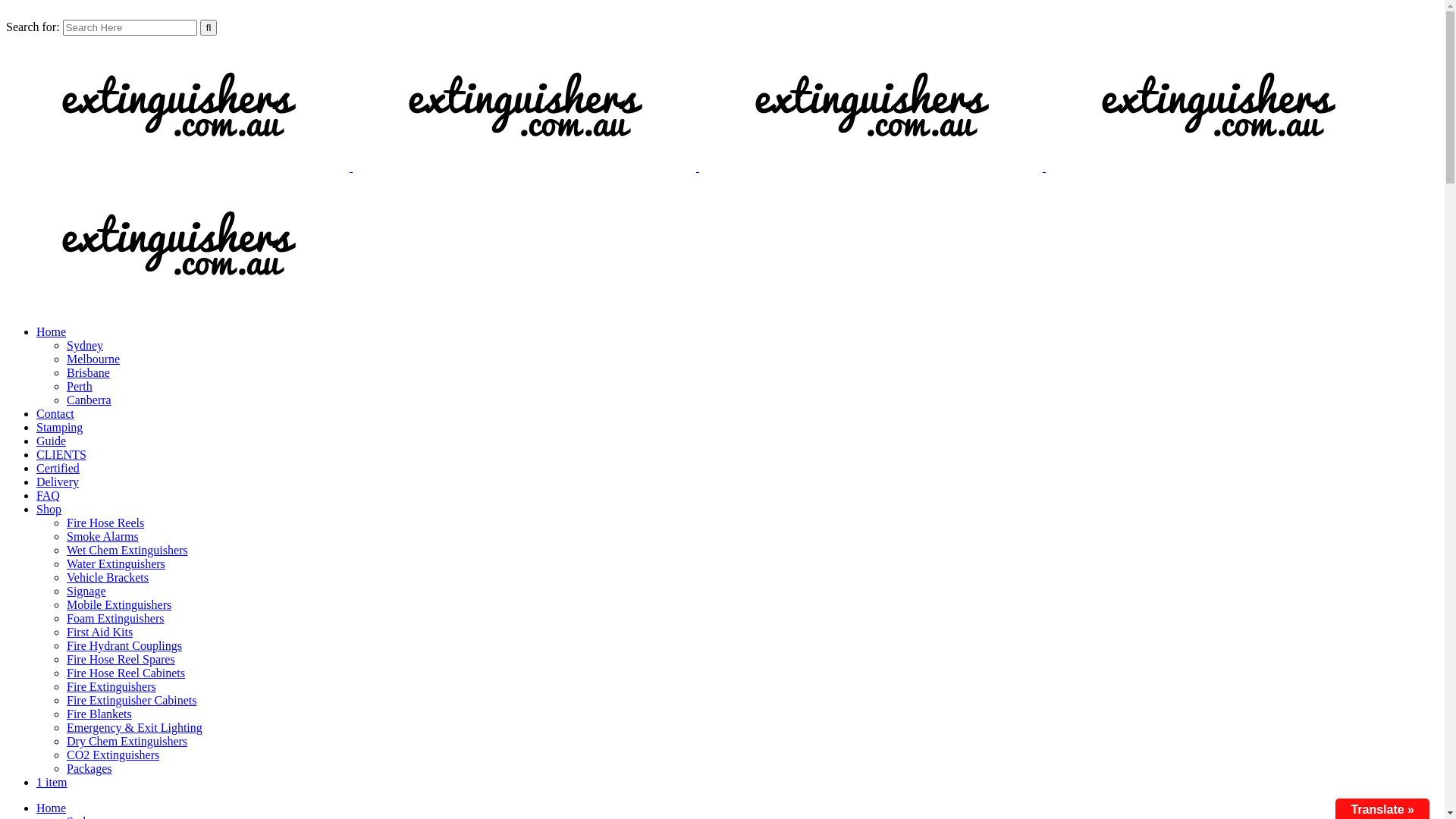 The image size is (1456, 819). I want to click on 'FAQ', so click(48, 495).